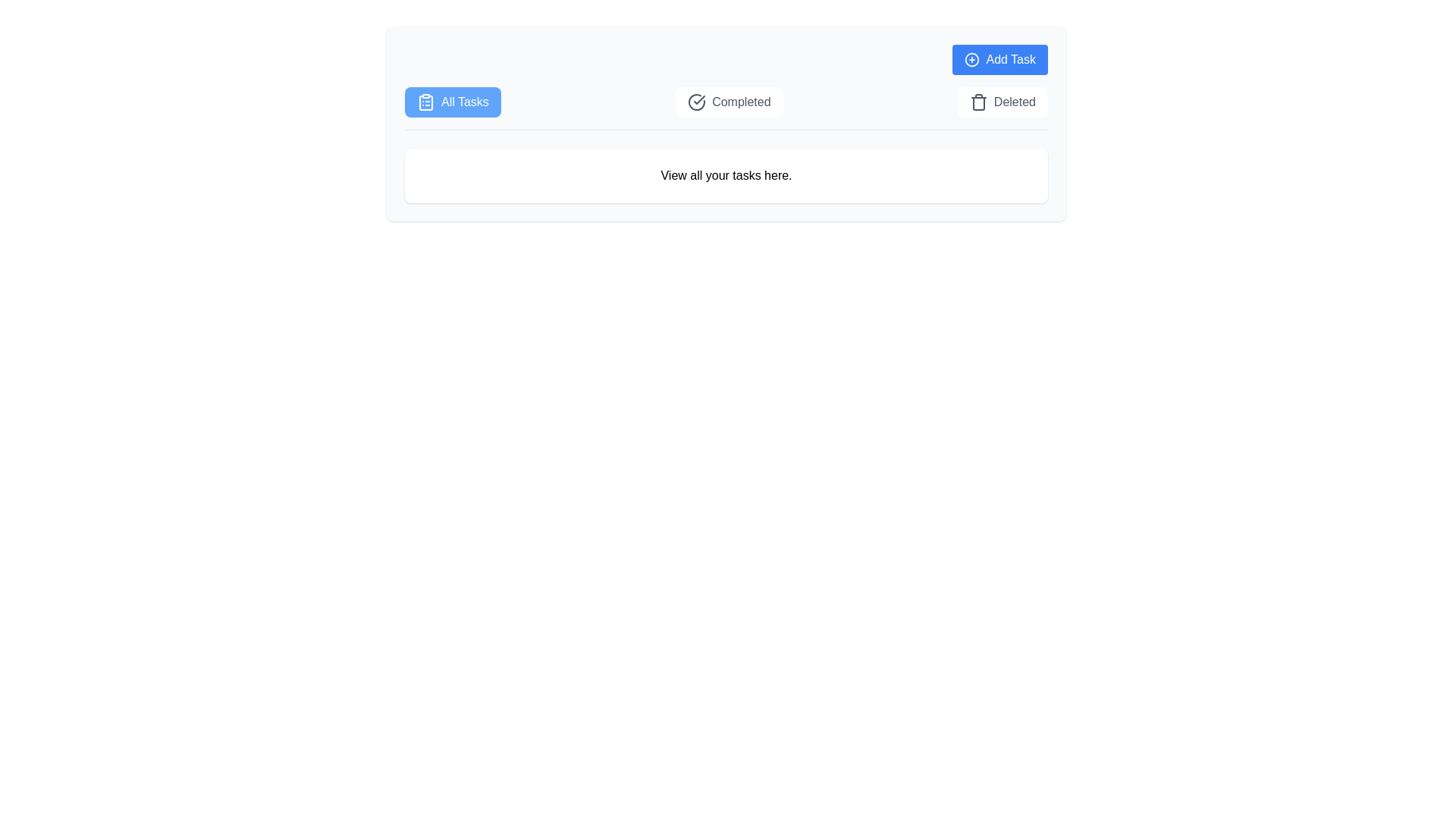 Image resolution: width=1456 pixels, height=819 pixels. What do you see at coordinates (741, 102) in the screenshot?
I see `the status label indicating 'Completed', which is located to the right within a button-like component at the top section of the interface` at bounding box center [741, 102].